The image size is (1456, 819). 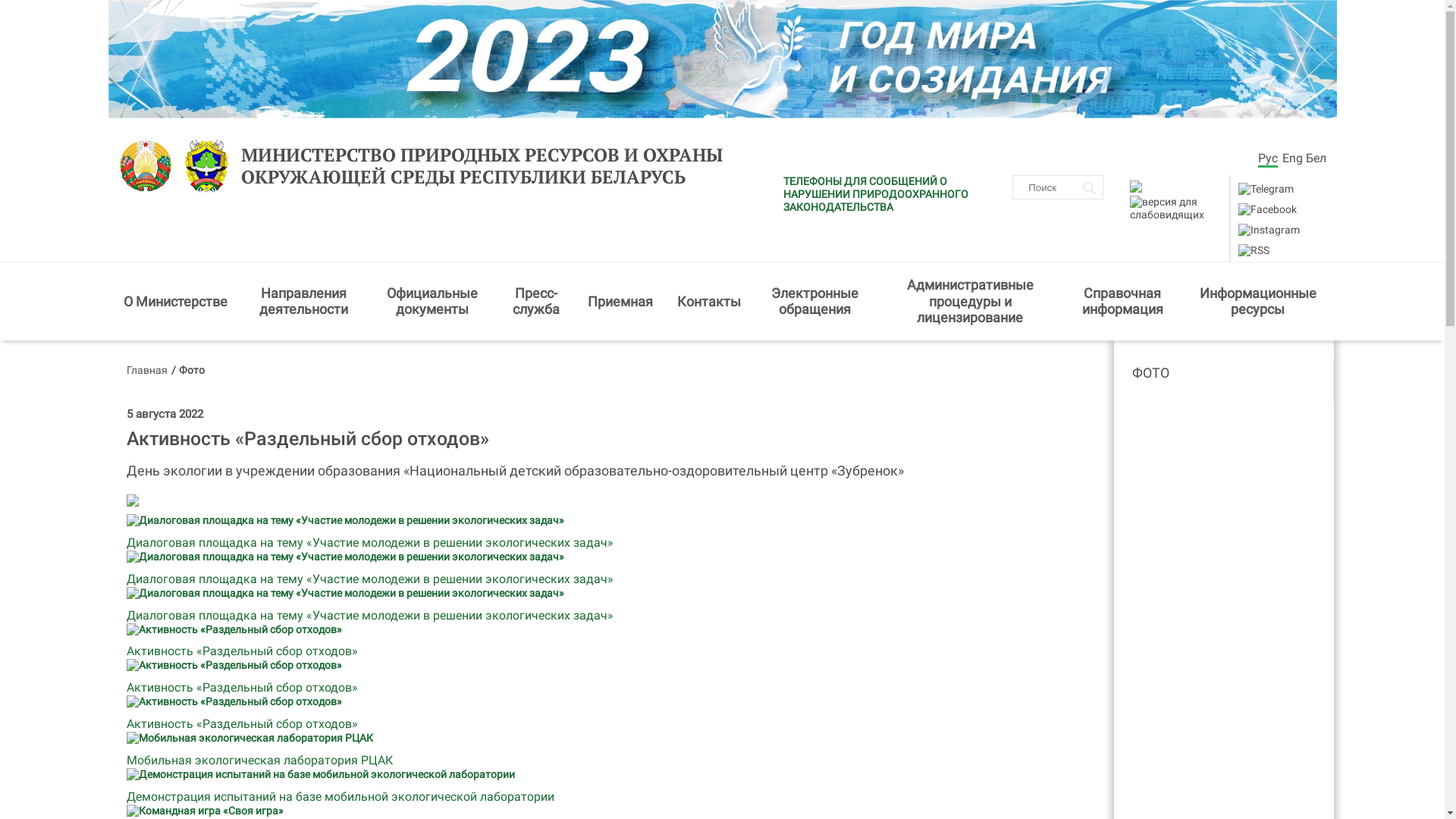 I want to click on 'Eng', so click(x=1291, y=158).